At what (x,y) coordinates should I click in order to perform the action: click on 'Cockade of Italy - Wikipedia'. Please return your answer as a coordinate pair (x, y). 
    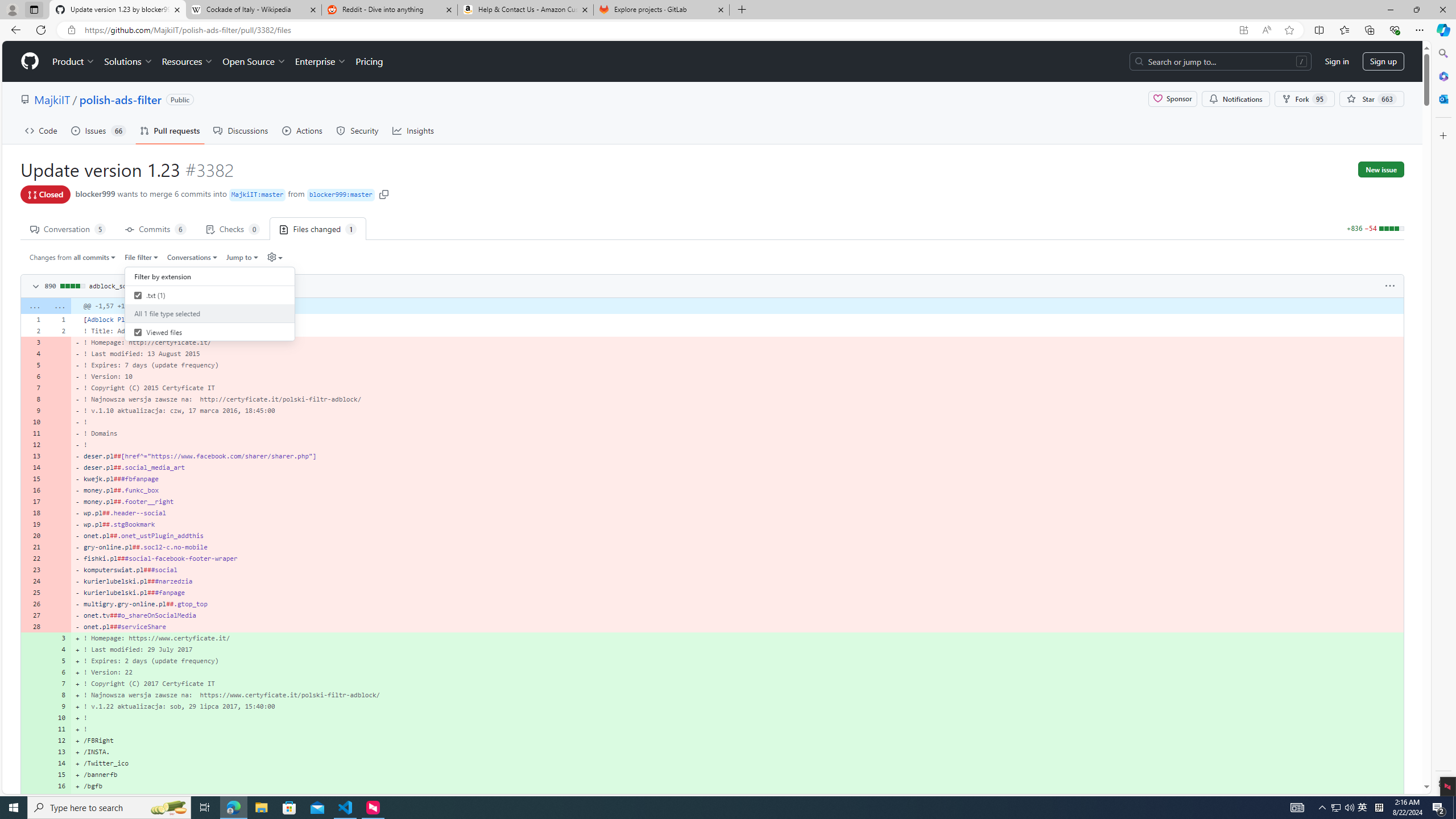
    Looking at the image, I should click on (253, 9).